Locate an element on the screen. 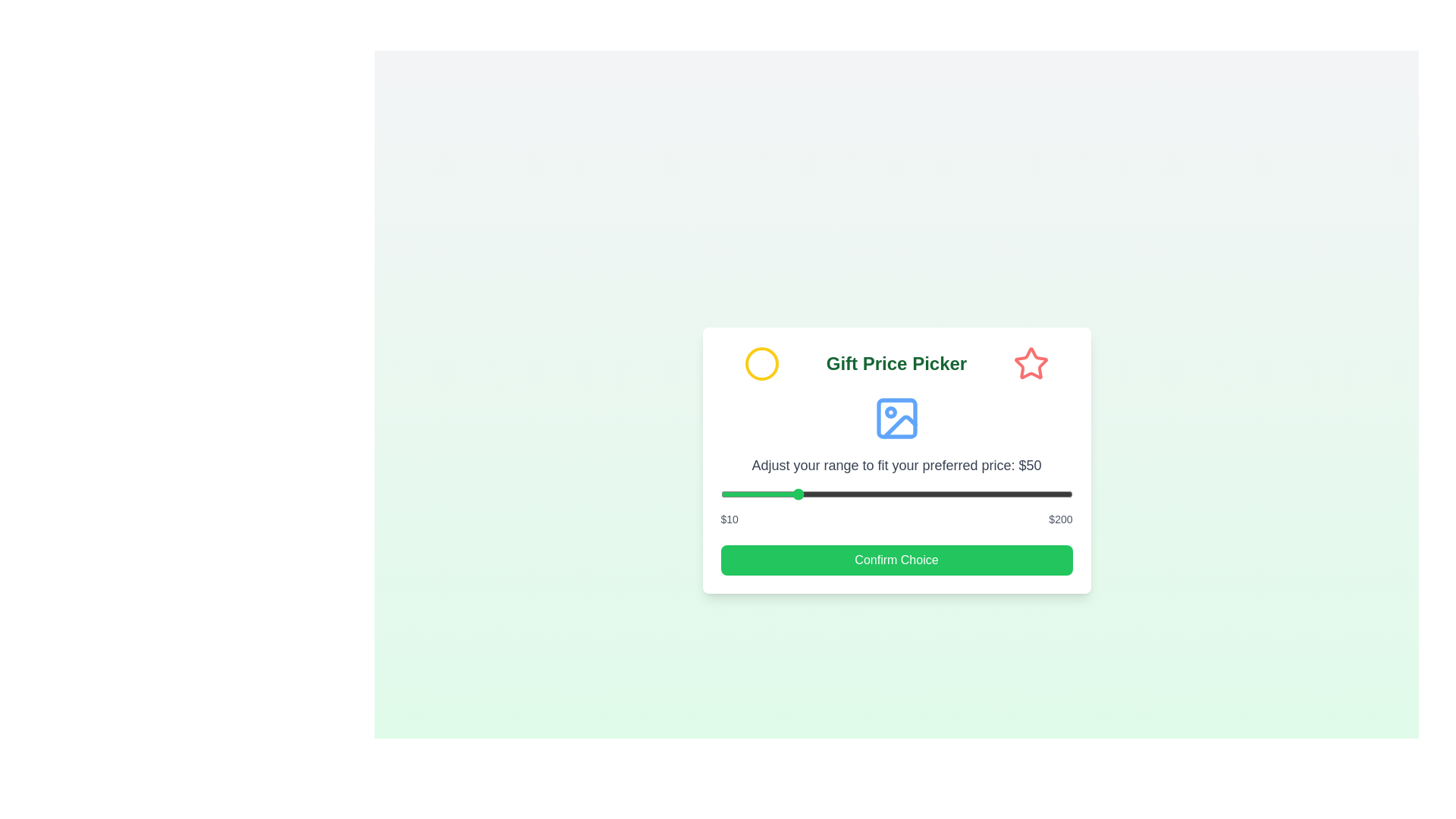 The image size is (1456, 819). the price range slider to 76 dollars is located at coordinates (842, 494).